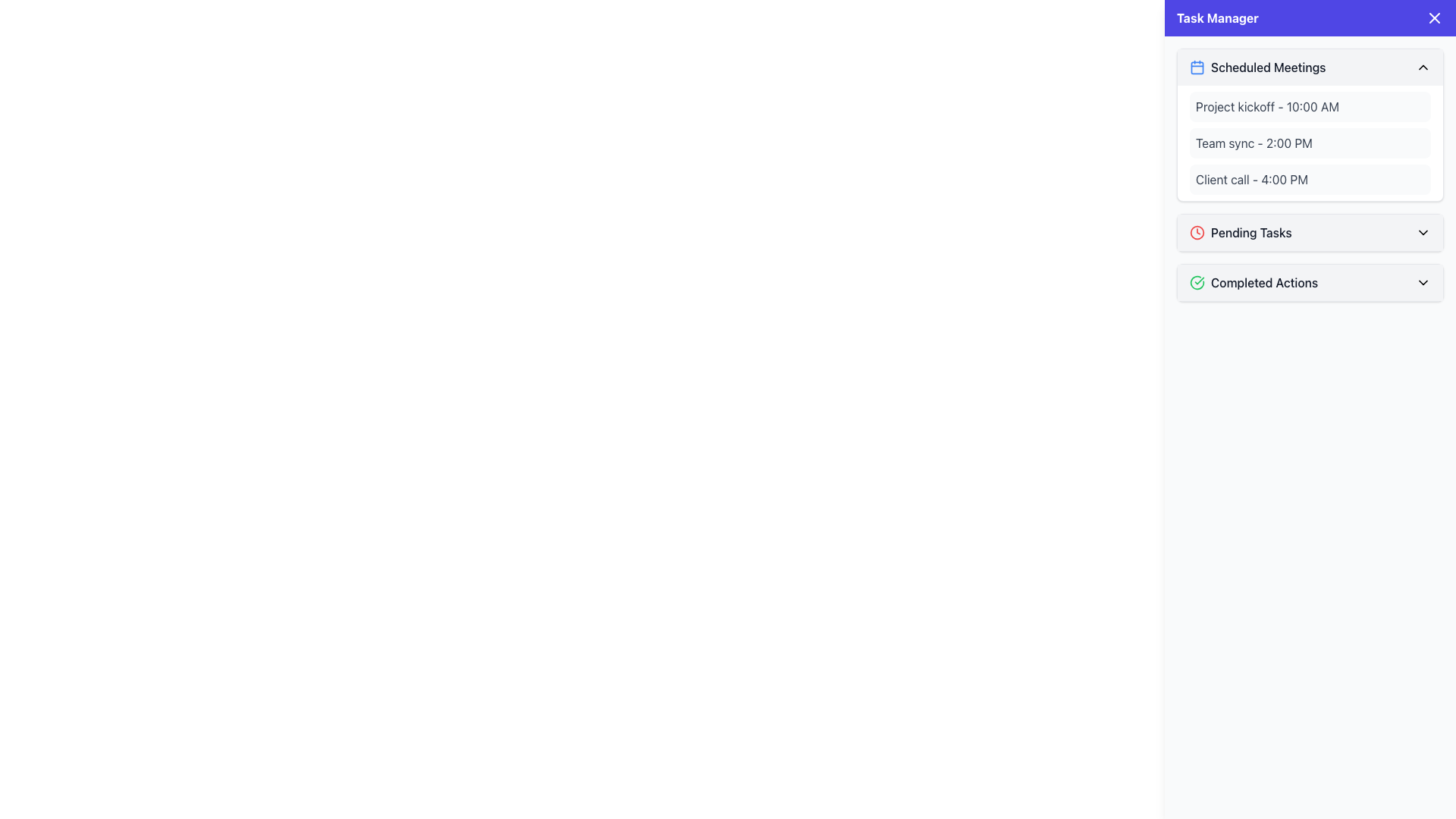  I want to click on the close button located in the top-right corner of the task management header bar, so click(1433, 17).